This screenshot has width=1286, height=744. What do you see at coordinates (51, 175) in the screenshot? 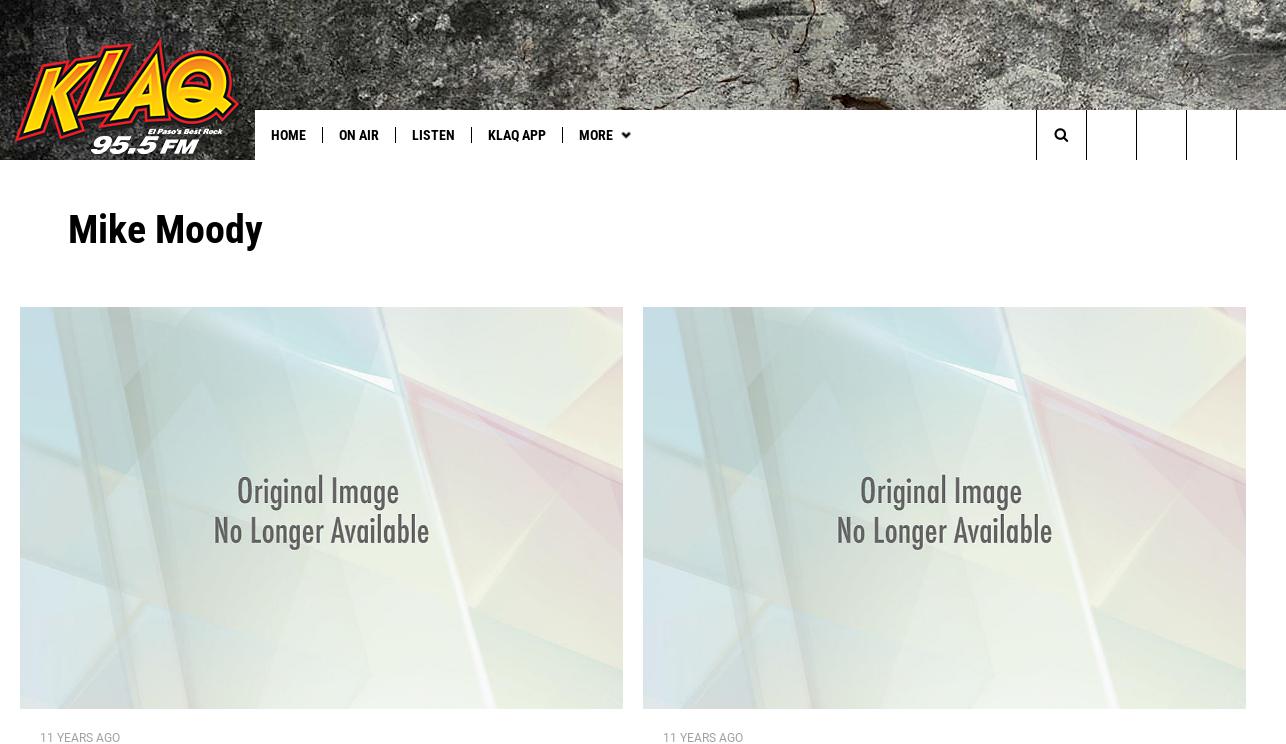
I see `'Must Read:'` at bounding box center [51, 175].